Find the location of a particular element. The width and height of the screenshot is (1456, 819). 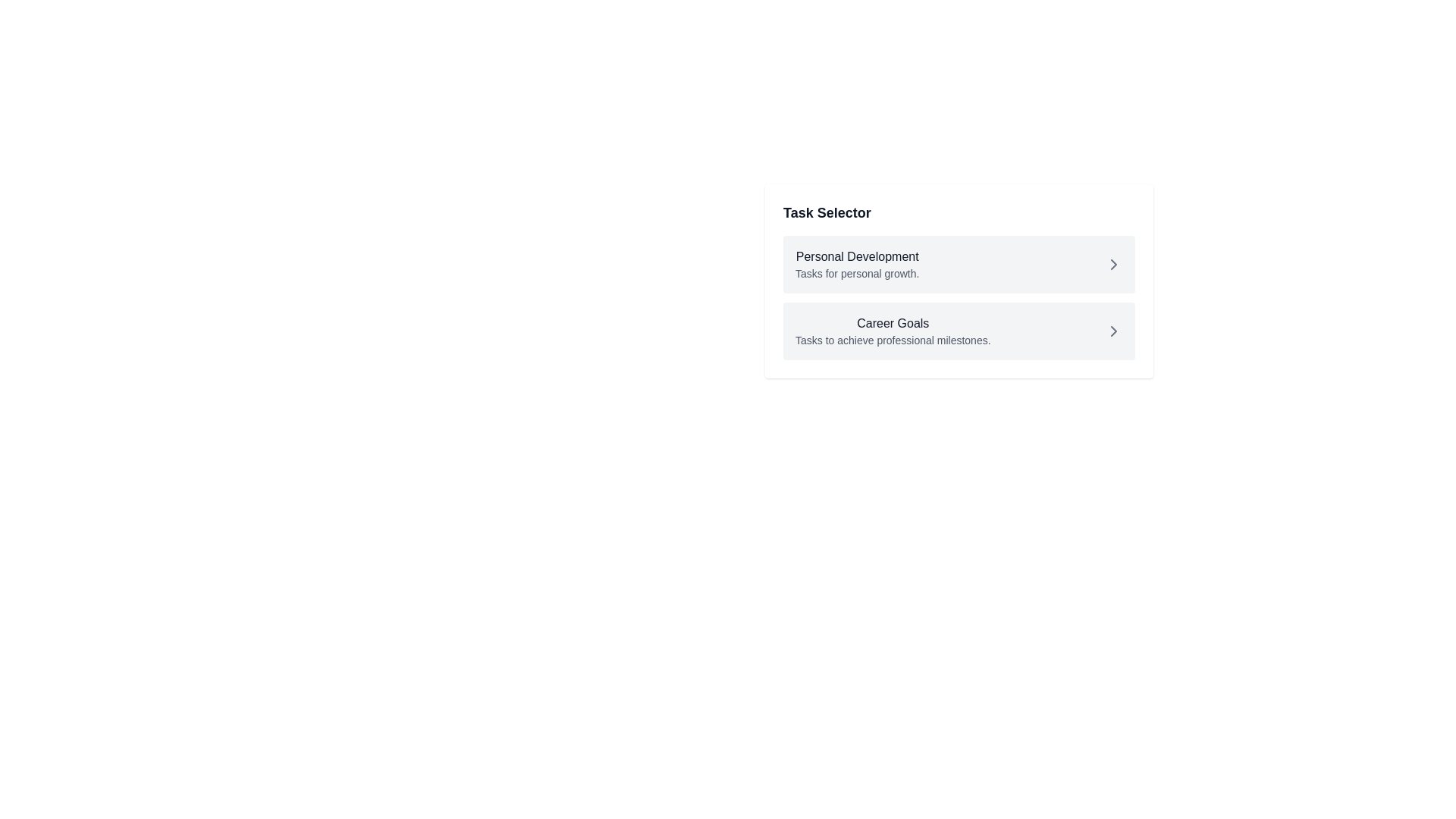

the second item is located at coordinates (893, 330).